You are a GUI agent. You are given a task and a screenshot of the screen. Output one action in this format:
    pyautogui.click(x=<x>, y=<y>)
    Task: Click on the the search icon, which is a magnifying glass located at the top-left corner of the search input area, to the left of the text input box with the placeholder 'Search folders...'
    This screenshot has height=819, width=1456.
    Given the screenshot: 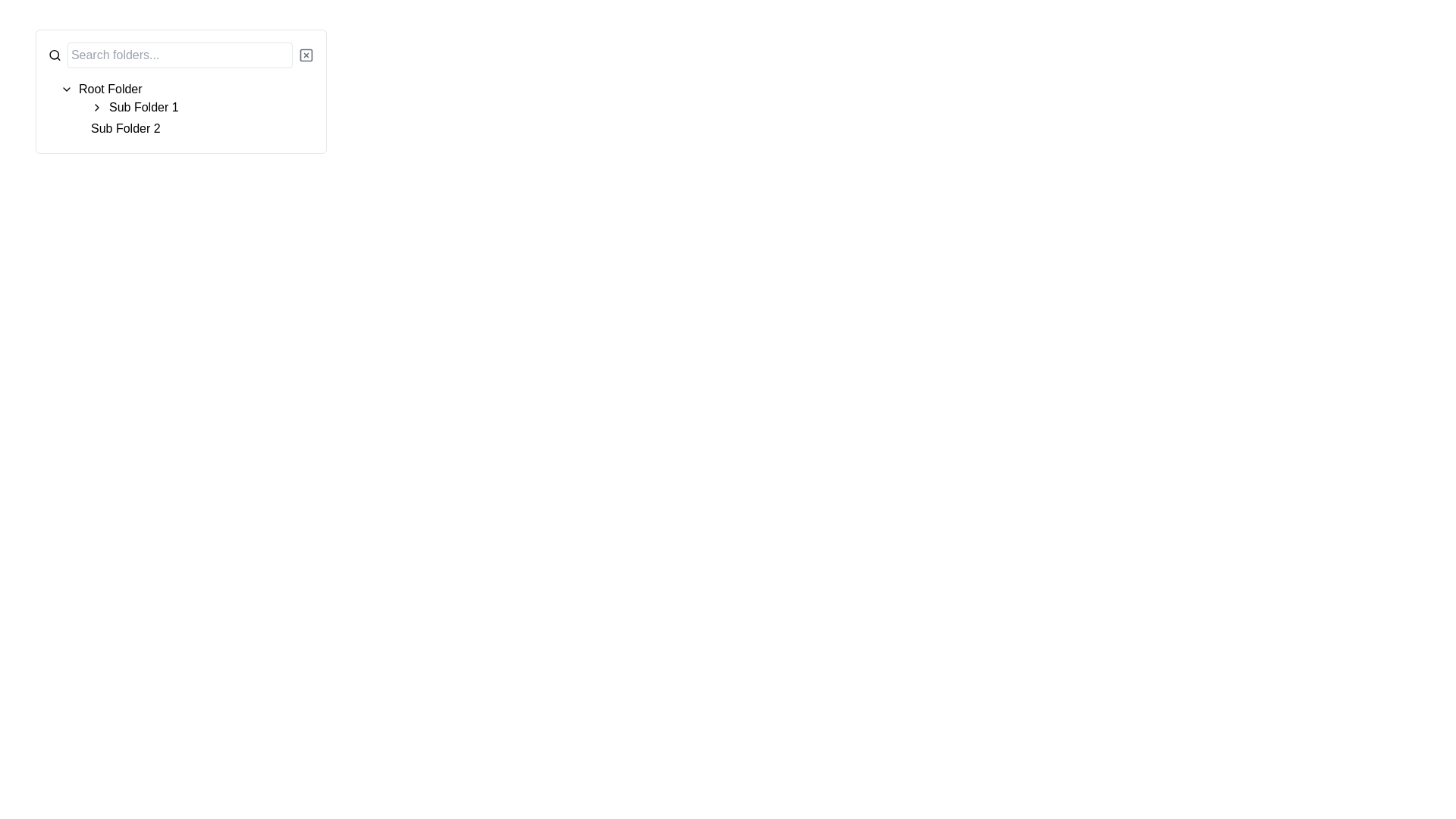 What is the action you would take?
    pyautogui.click(x=55, y=55)
    